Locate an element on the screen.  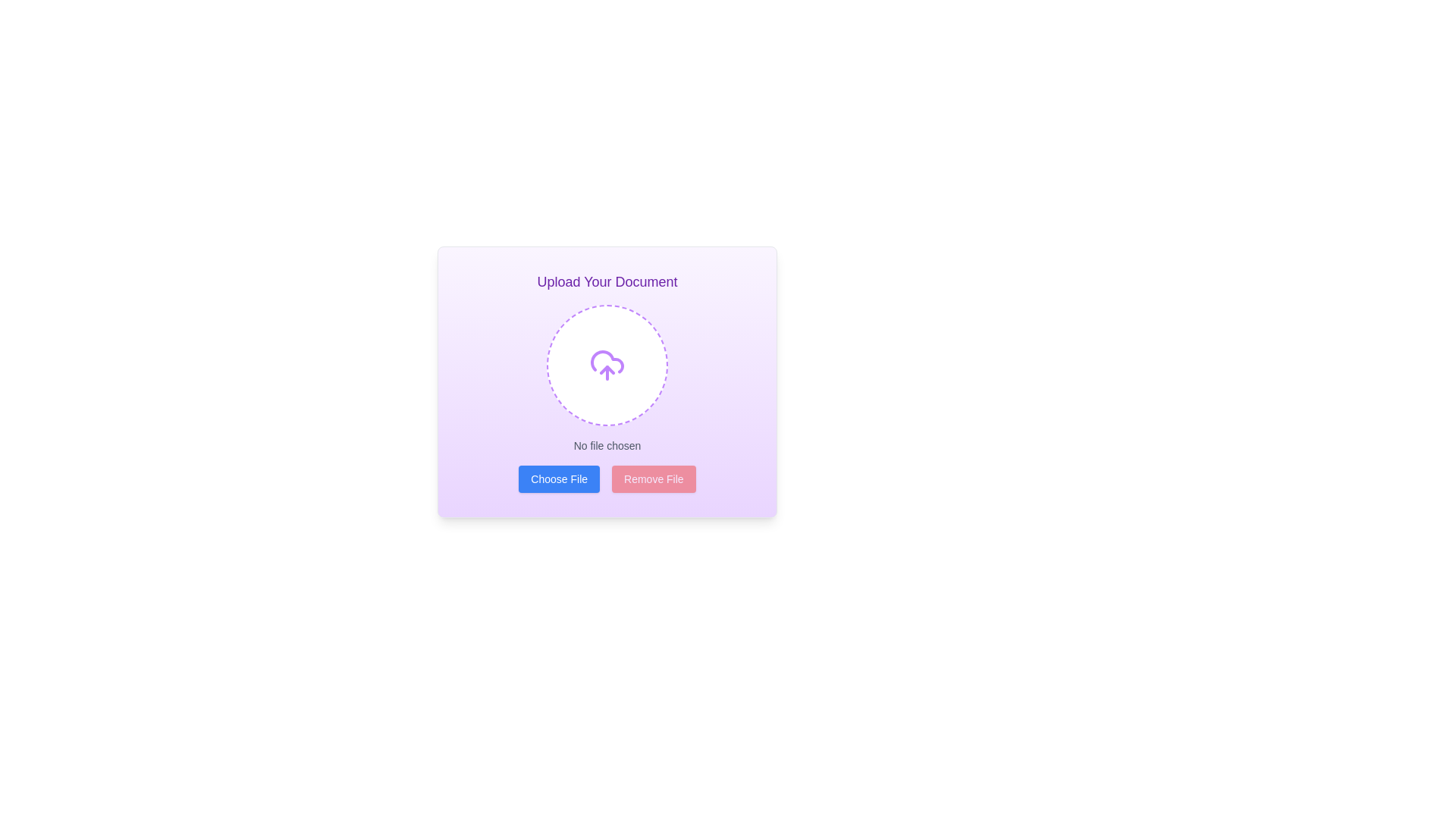
the circular Dropzone area with a dashed purple border, which contains a cloud icon with an upward arrow is located at coordinates (607, 366).